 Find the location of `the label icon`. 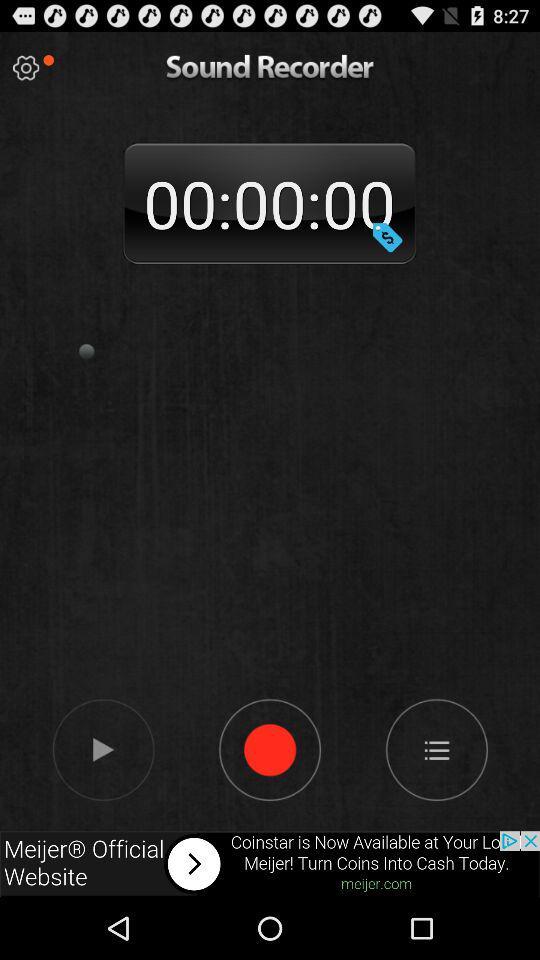

the label icon is located at coordinates (387, 253).